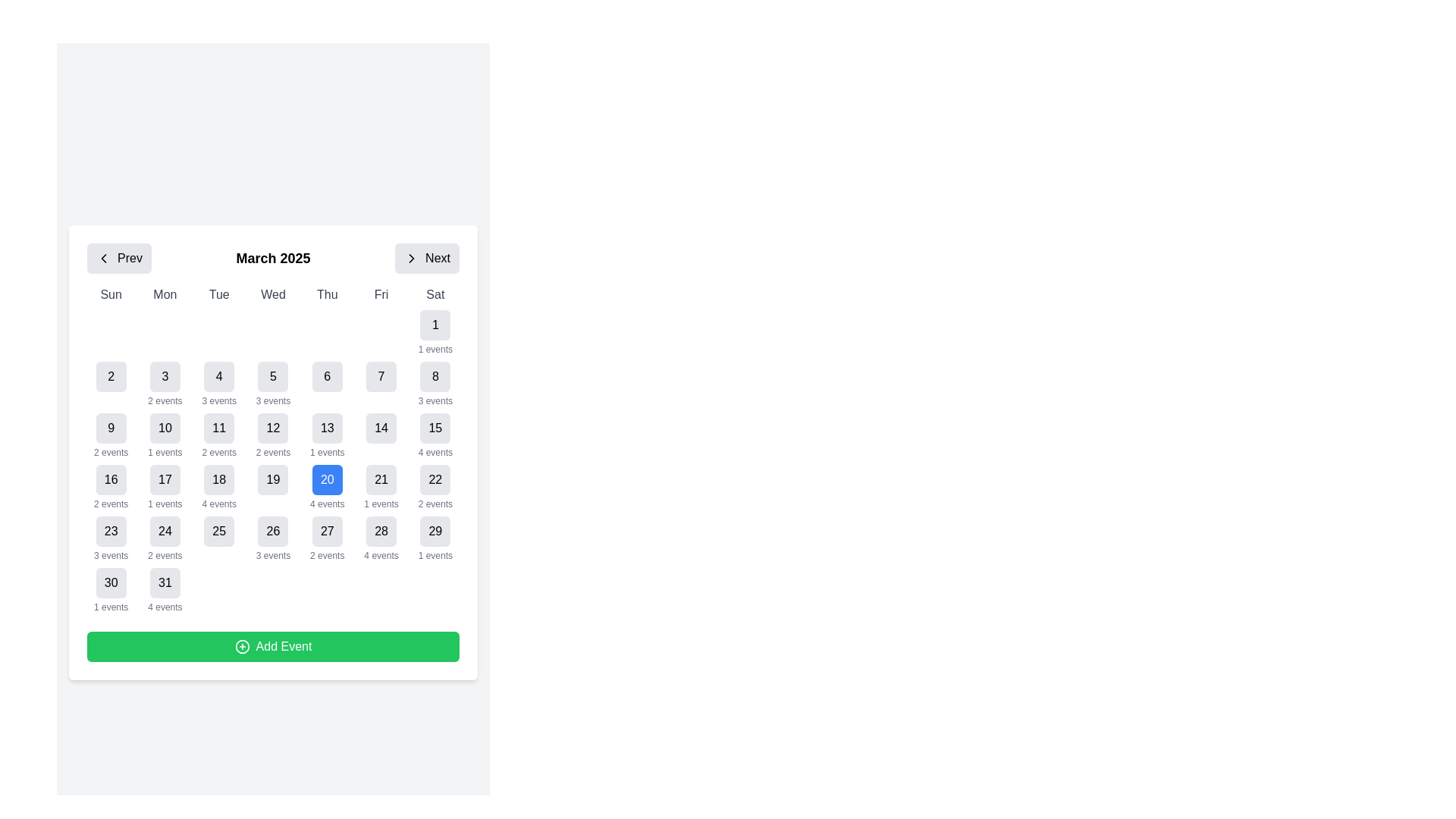  What do you see at coordinates (165, 479) in the screenshot?
I see `the rounded square button with a light gray background containing the number '17'` at bounding box center [165, 479].